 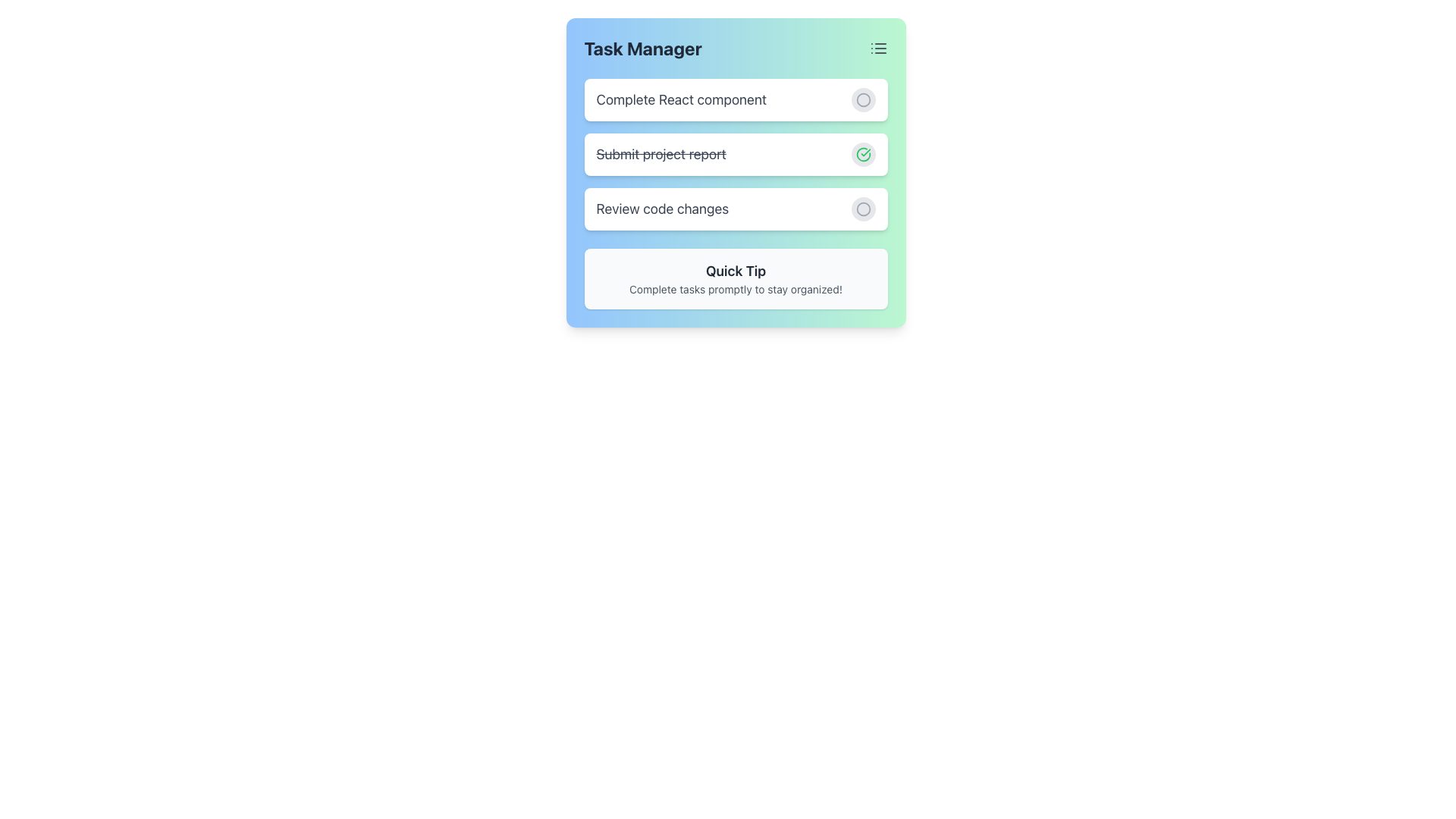 I want to click on the static text displaying 'Complete tasks promptly to stay organized!' located inside the 'Quick Tip' panel, which is below the 'Quick Tip' heading, so click(x=736, y=289).